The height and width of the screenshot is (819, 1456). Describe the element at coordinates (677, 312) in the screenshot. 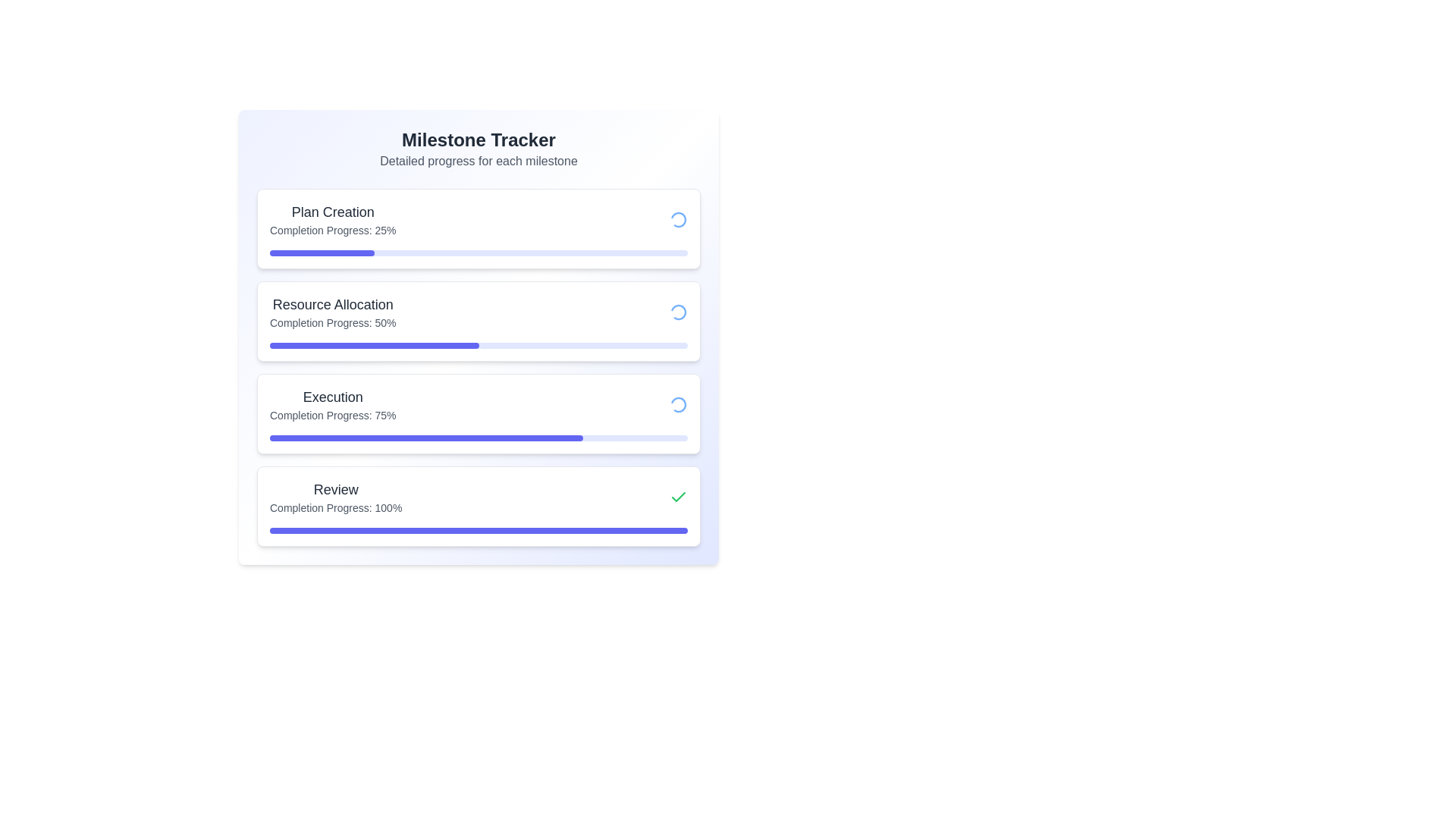

I see `the circular loading spinner, which is a minimalistic icon with a spinning animation, located to the far right of the 'Resource Allocation' milestone section` at that location.